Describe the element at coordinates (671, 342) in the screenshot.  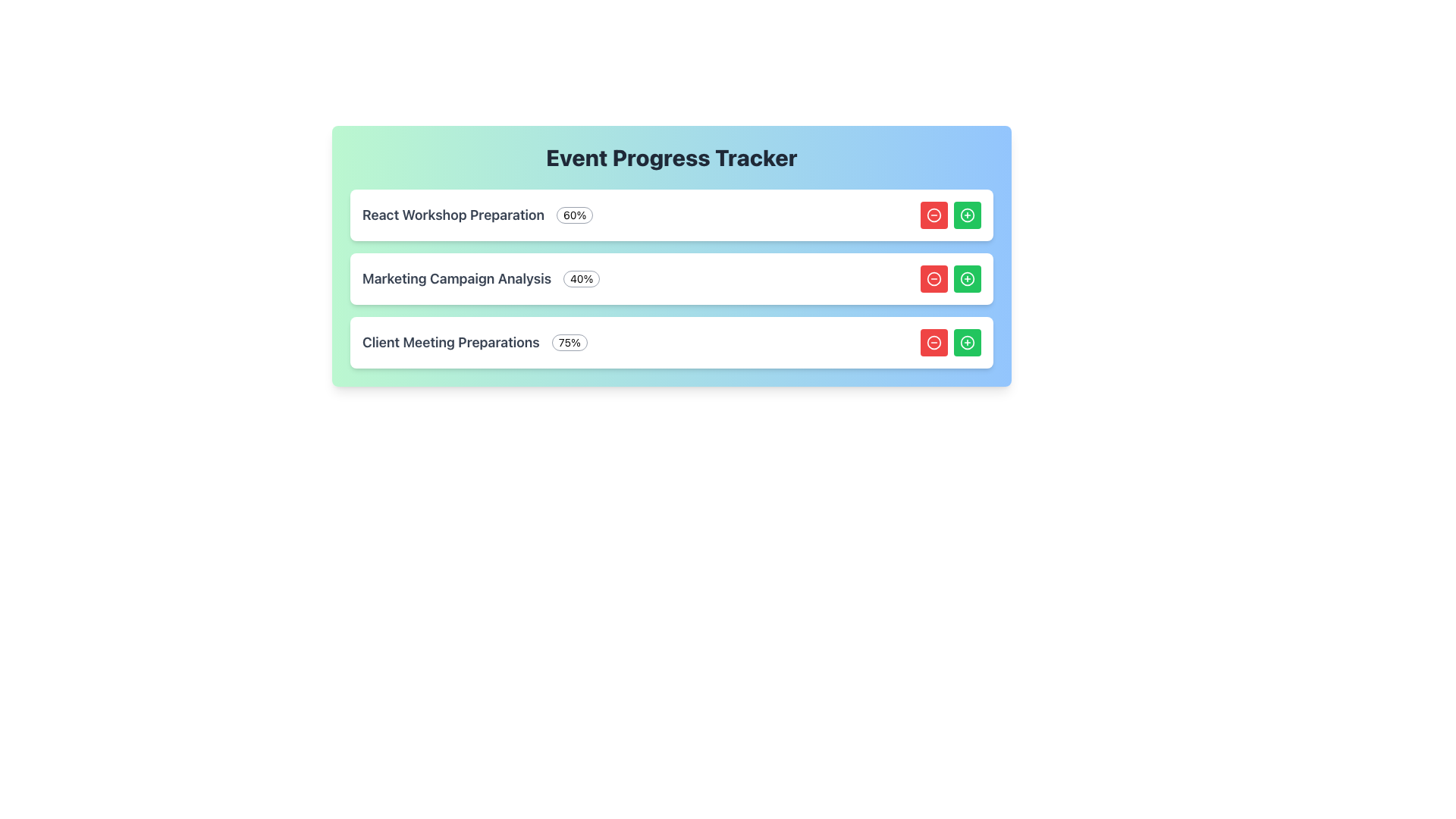
I see `the buttons surrounding the third progress item in the task list, which displays task-related information and completion percentage` at that location.